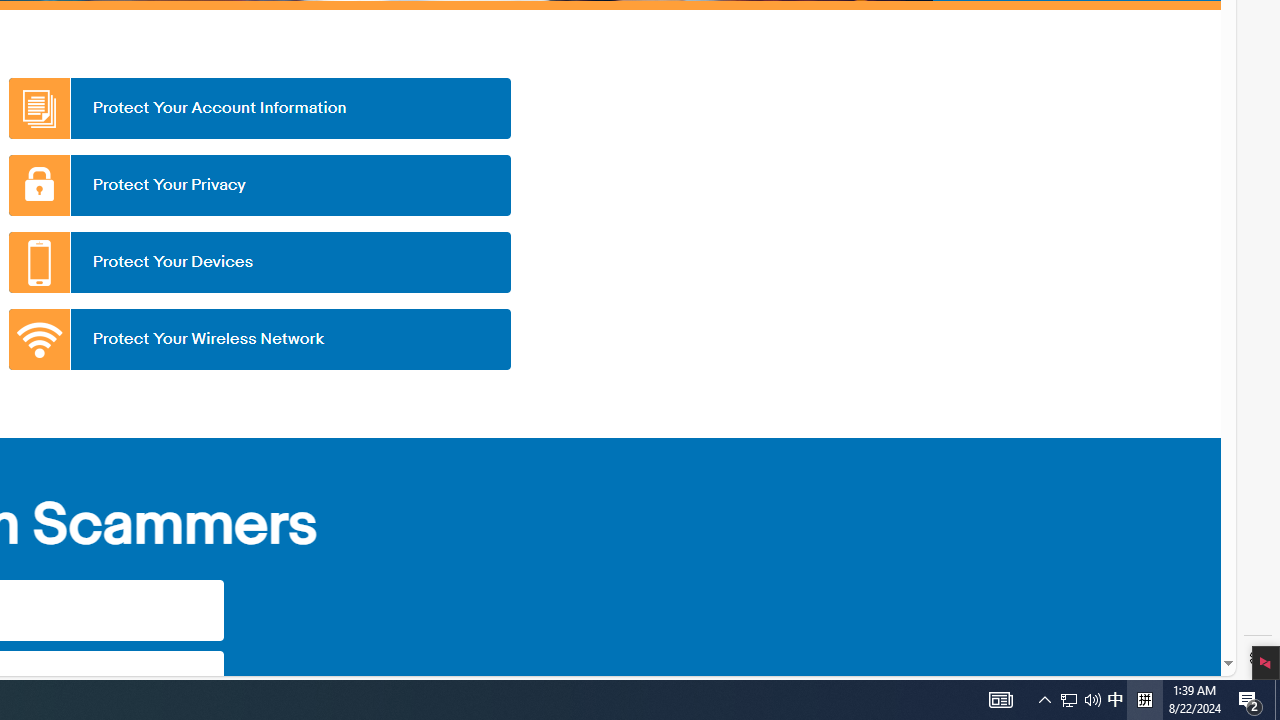  Describe the element at coordinates (258, 185) in the screenshot. I see `'Protect Your Privacy'` at that location.